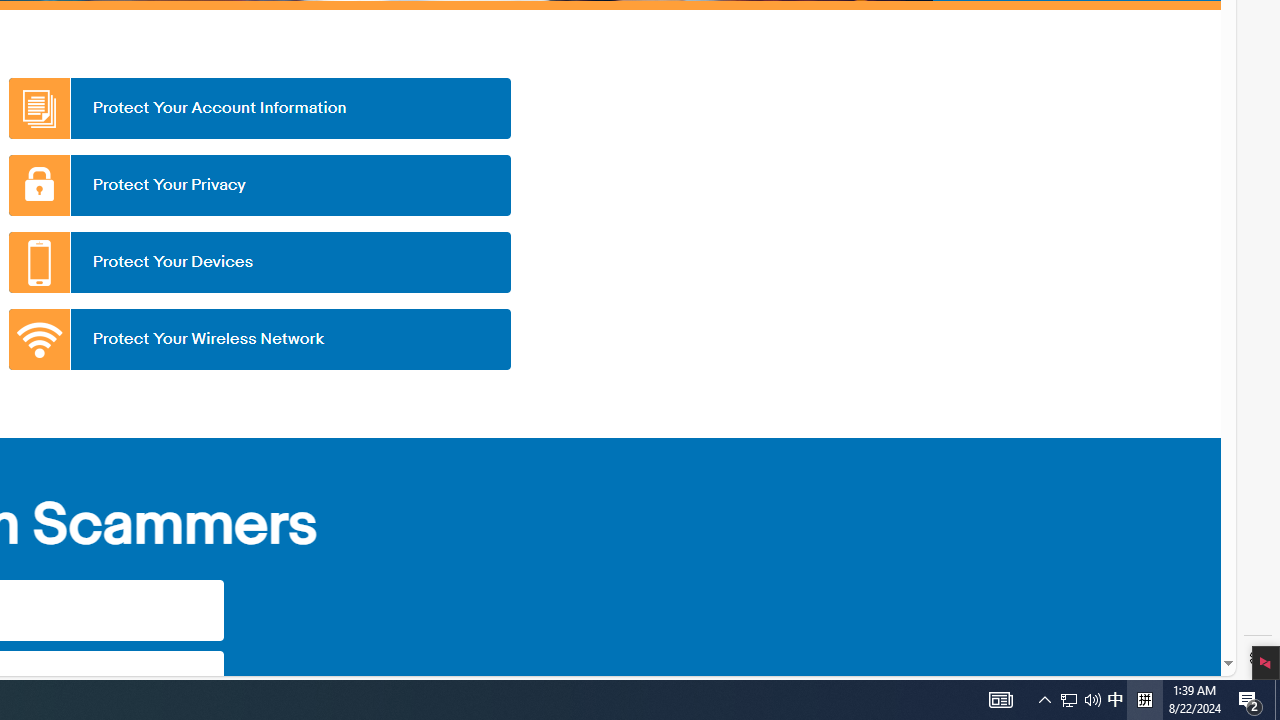  Describe the element at coordinates (258, 185) in the screenshot. I see `'Protect Your Privacy'` at that location.